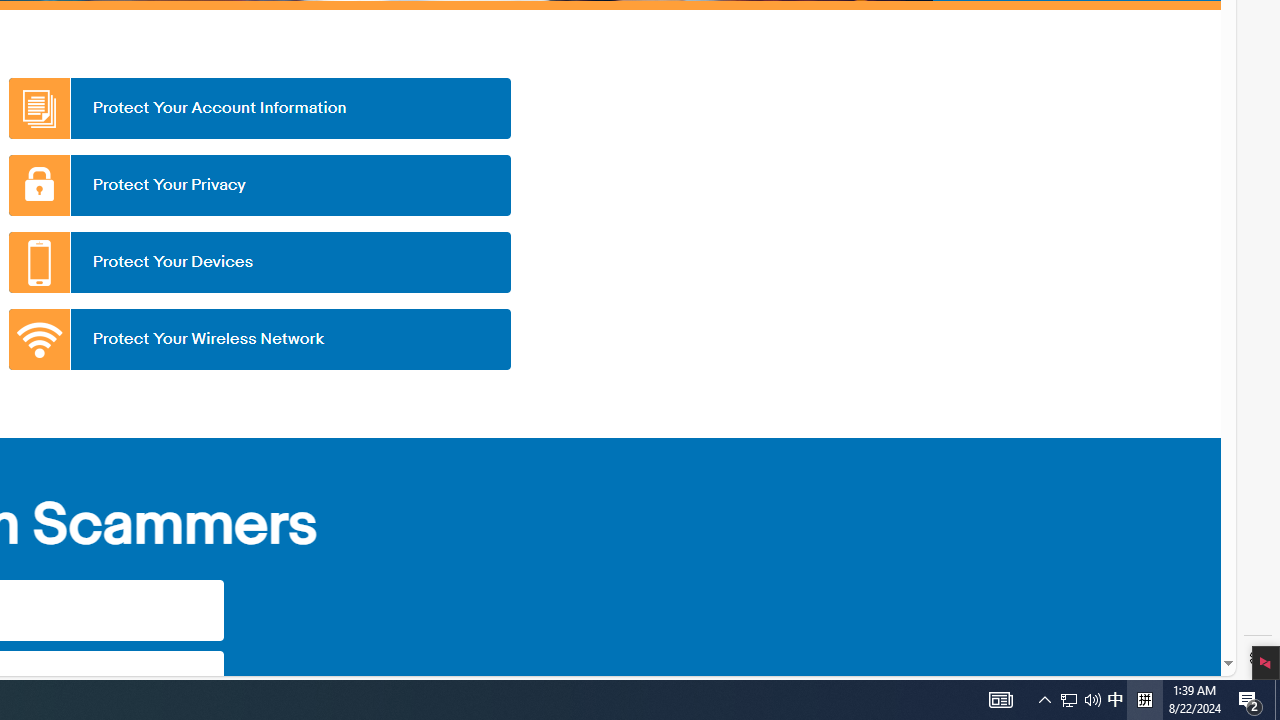  Describe the element at coordinates (258, 185) in the screenshot. I see `'Protect Your Privacy'` at that location.